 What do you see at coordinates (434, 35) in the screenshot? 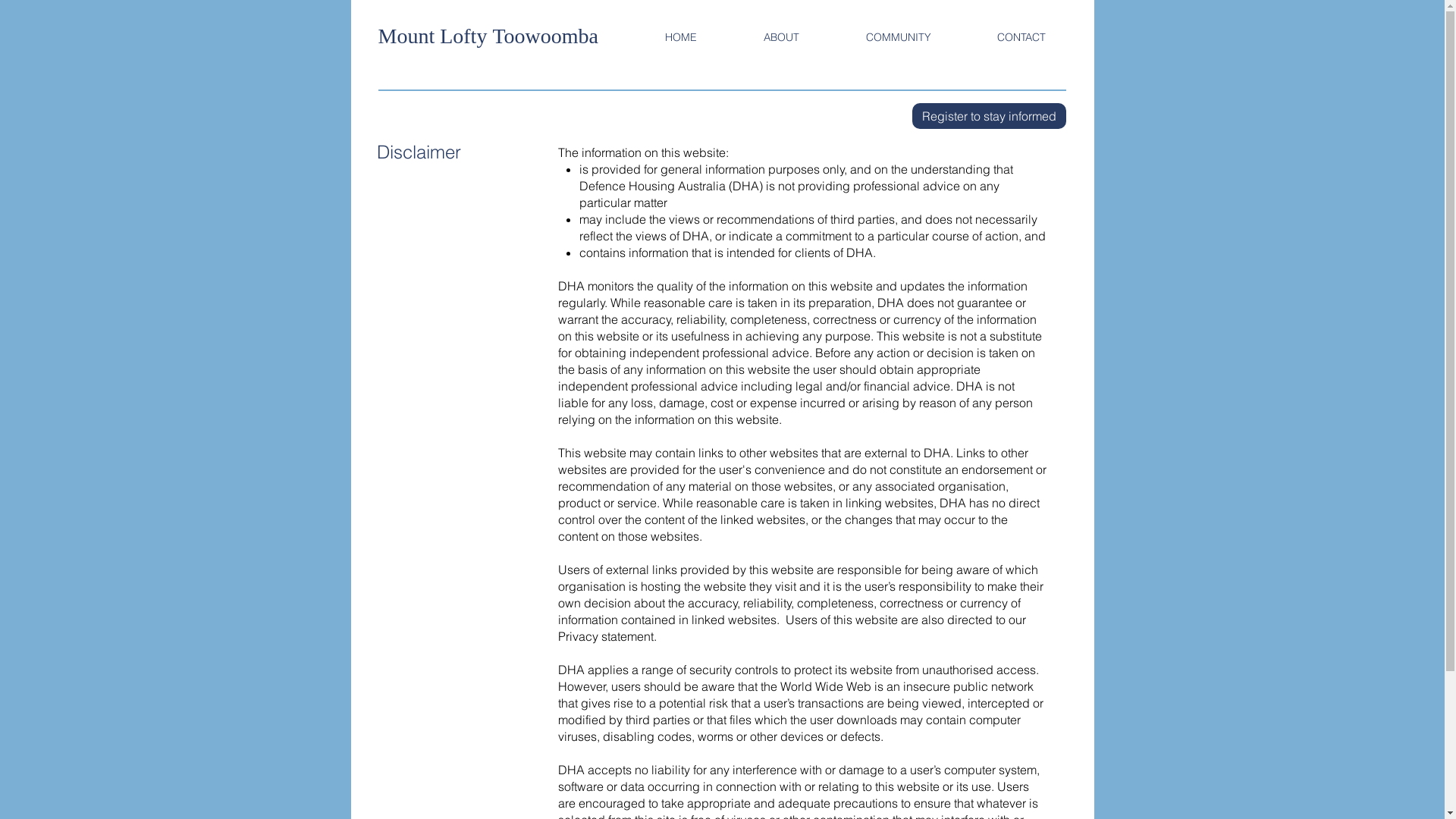
I see `'Mount Lofty'` at bounding box center [434, 35].